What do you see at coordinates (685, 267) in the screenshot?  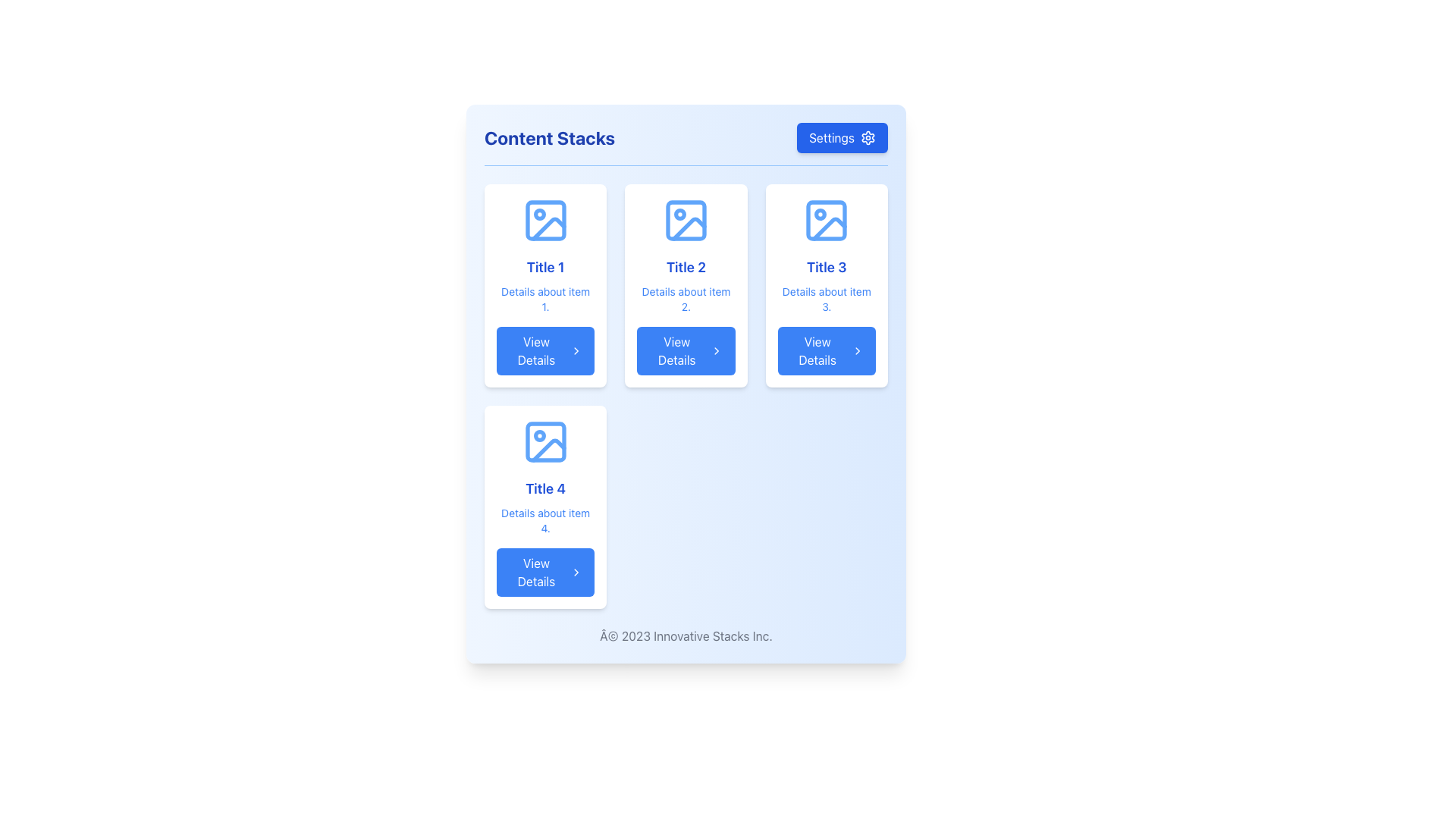 I see `descriptive heading text located in the second card from the left in the top row of the grid layout, positioned just underneath an icon and above the description 'Details about item 2.'` at bounding box center [685, 267].